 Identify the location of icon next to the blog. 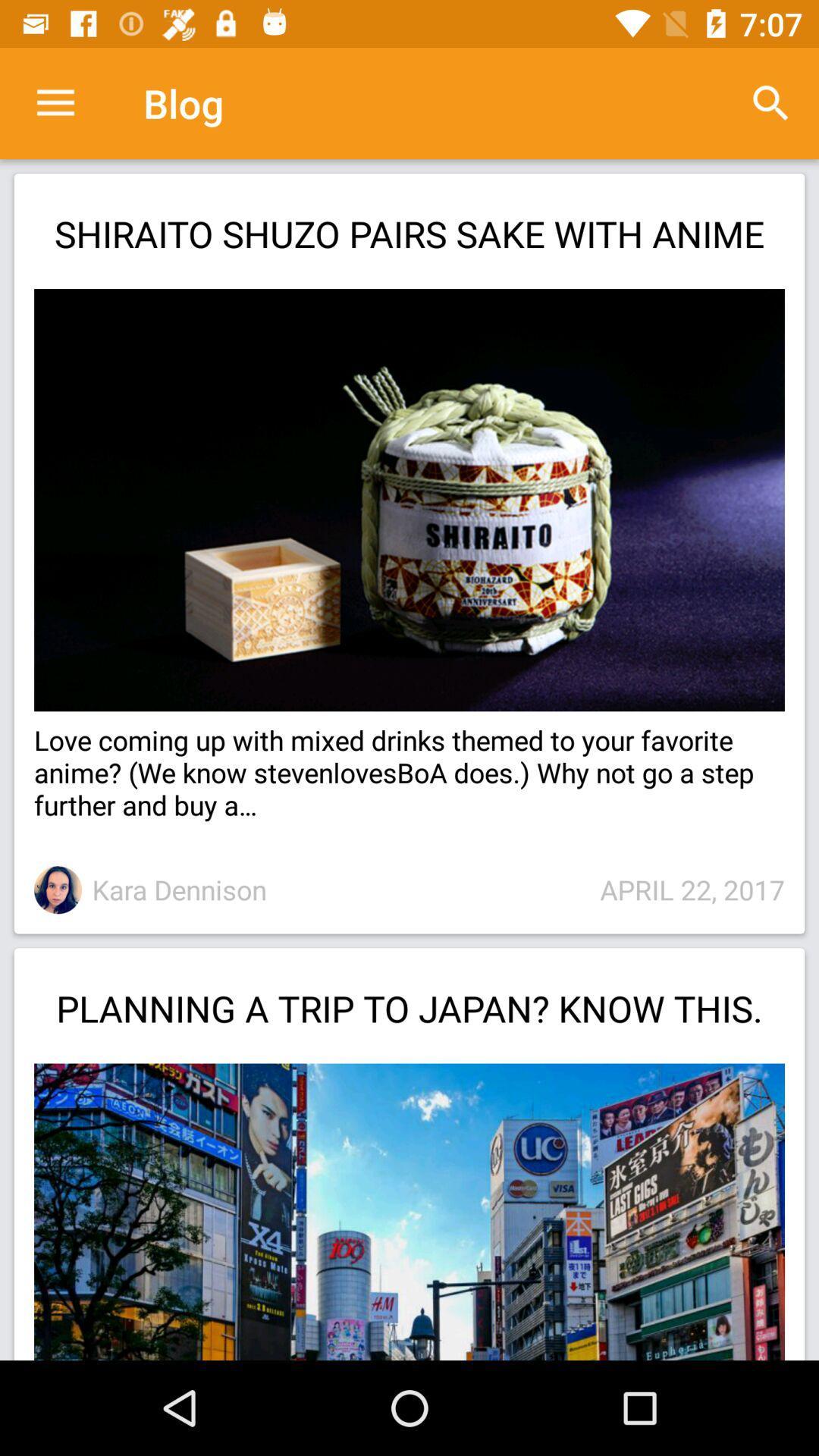
(55, 102).